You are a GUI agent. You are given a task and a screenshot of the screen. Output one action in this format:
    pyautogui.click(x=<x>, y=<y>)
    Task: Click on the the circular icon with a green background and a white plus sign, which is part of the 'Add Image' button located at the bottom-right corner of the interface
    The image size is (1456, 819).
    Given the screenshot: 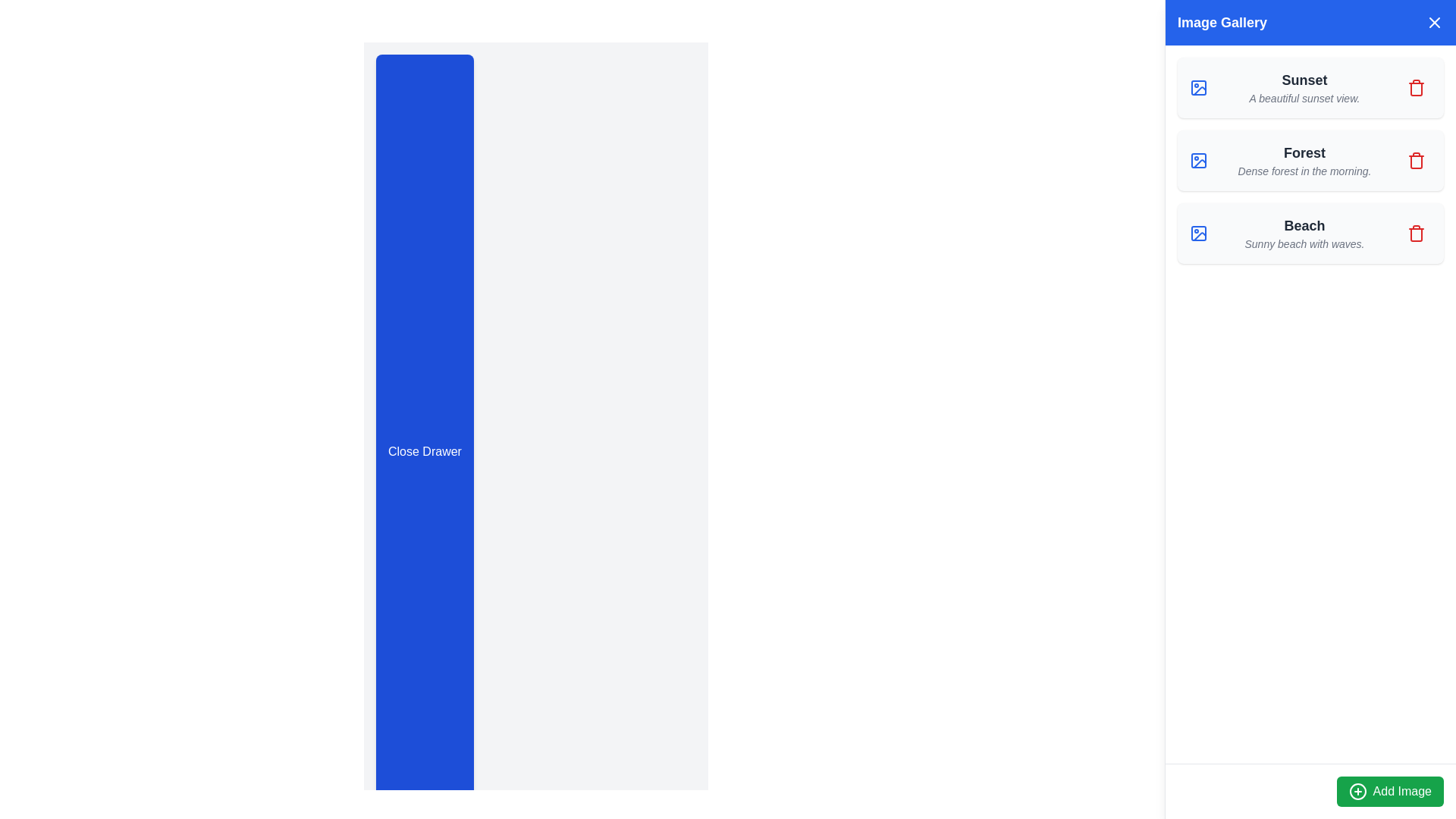 What is the action you would take?
    pyautogui.click(x=1357, y=791)
    